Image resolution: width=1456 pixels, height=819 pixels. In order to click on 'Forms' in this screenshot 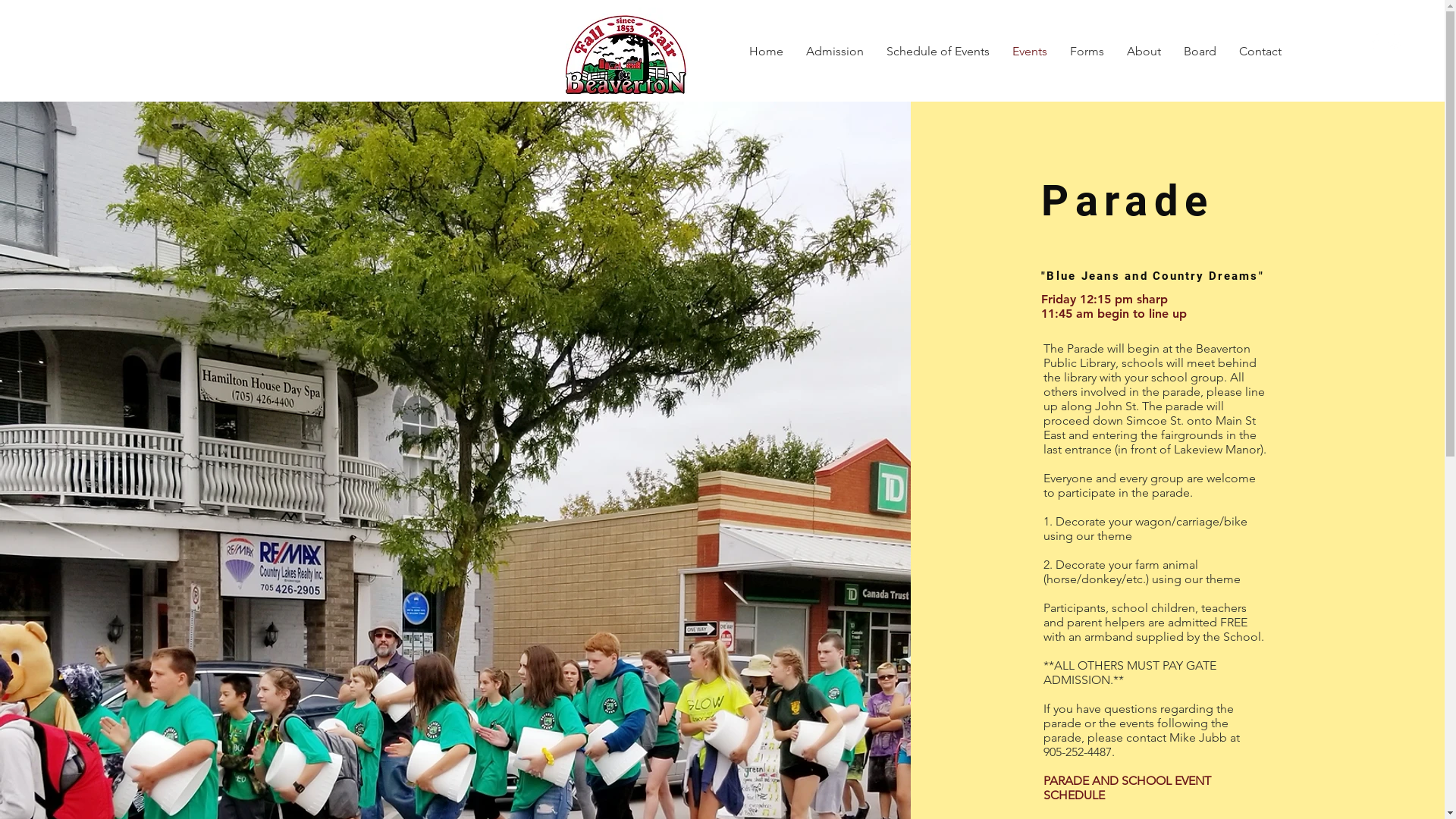, I will do `click(1086, 51)`.